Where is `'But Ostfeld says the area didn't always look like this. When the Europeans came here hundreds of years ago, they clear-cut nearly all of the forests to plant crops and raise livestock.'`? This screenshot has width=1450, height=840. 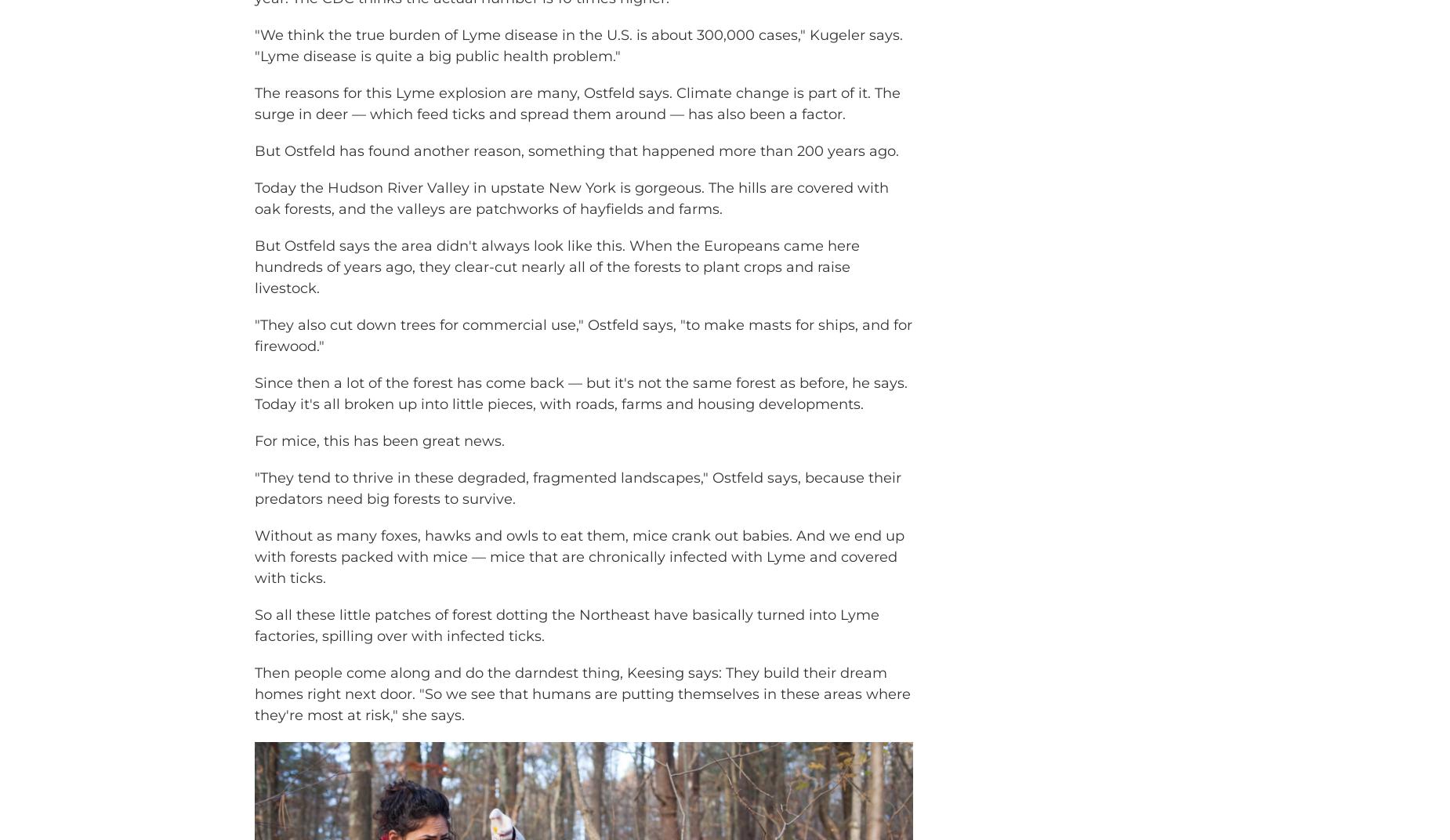 'But Ostfeld says the area didn't always look like this. When the Europeans came here hundreds of years ago, they clear-cut nearly all of the forests to plant crops and raise livestock.' is located at coordinates (556, 289).